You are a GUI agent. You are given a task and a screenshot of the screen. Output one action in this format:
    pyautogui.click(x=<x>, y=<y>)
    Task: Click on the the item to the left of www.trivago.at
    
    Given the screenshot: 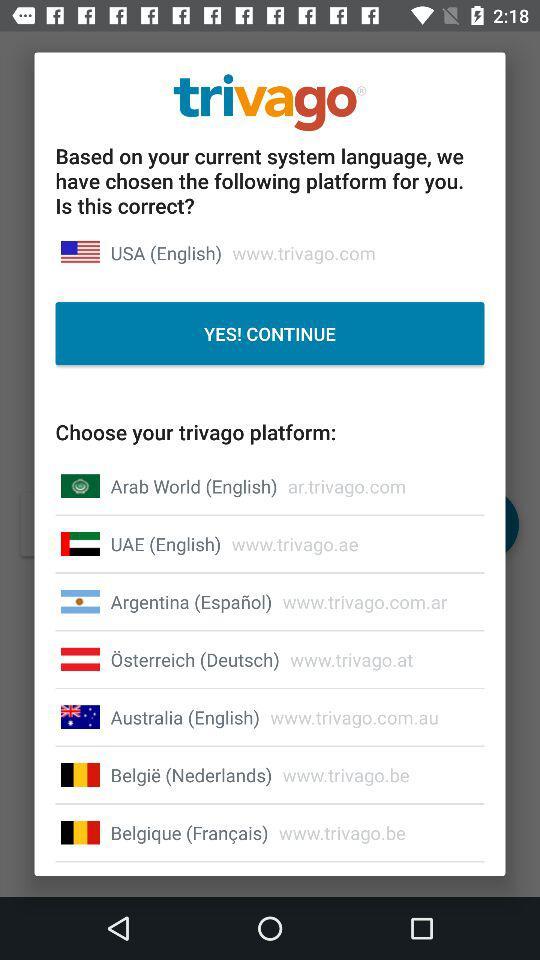 What is the action you would take?
    pyautogui.click(x=195, y=658)
    